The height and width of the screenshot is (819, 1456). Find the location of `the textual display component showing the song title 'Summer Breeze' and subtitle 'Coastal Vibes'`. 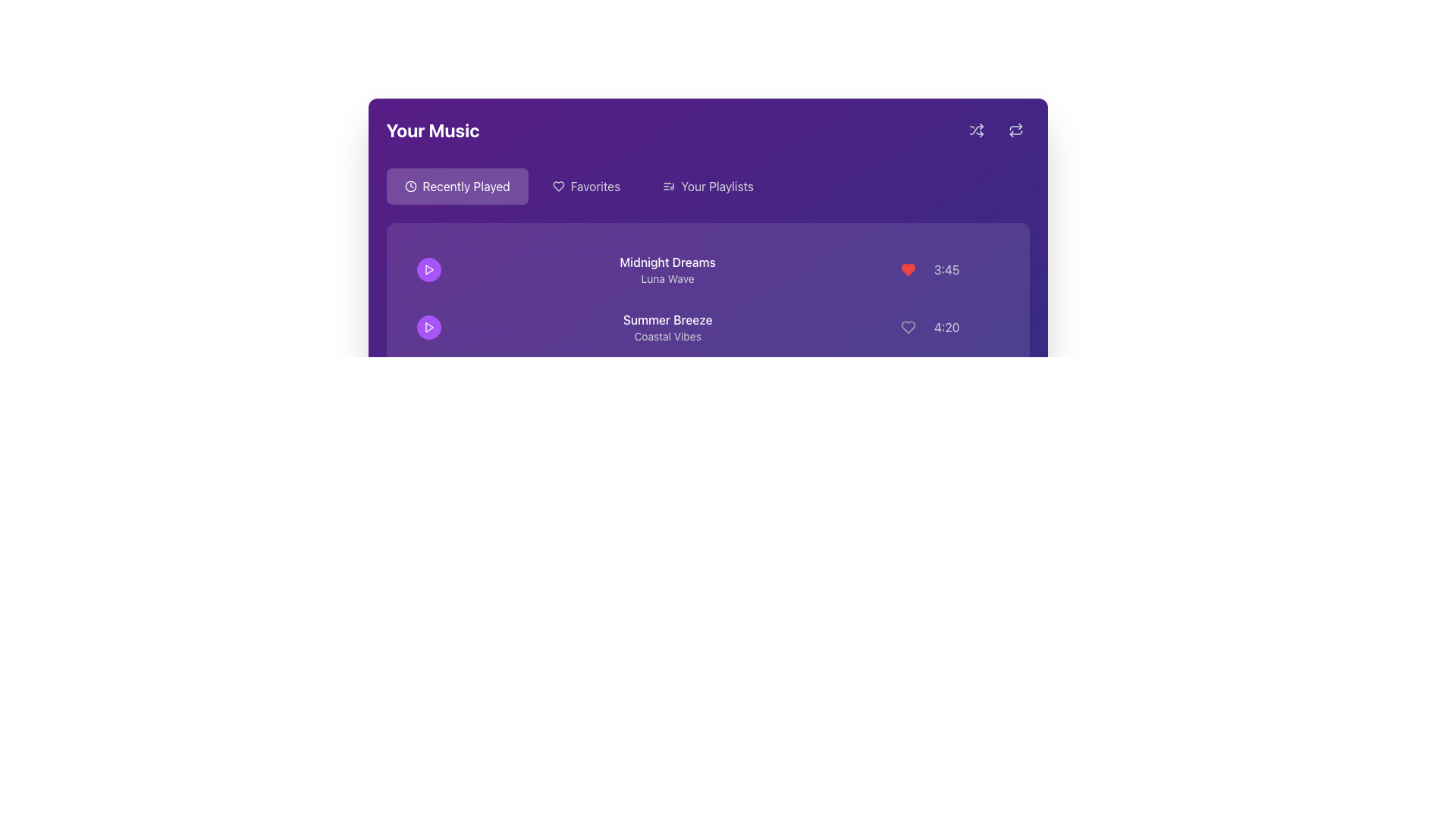

the textual display component showing the song title 'Summer Breeze' and subtitle 'Coastal Vibes' is located at coordinates (667, 327).